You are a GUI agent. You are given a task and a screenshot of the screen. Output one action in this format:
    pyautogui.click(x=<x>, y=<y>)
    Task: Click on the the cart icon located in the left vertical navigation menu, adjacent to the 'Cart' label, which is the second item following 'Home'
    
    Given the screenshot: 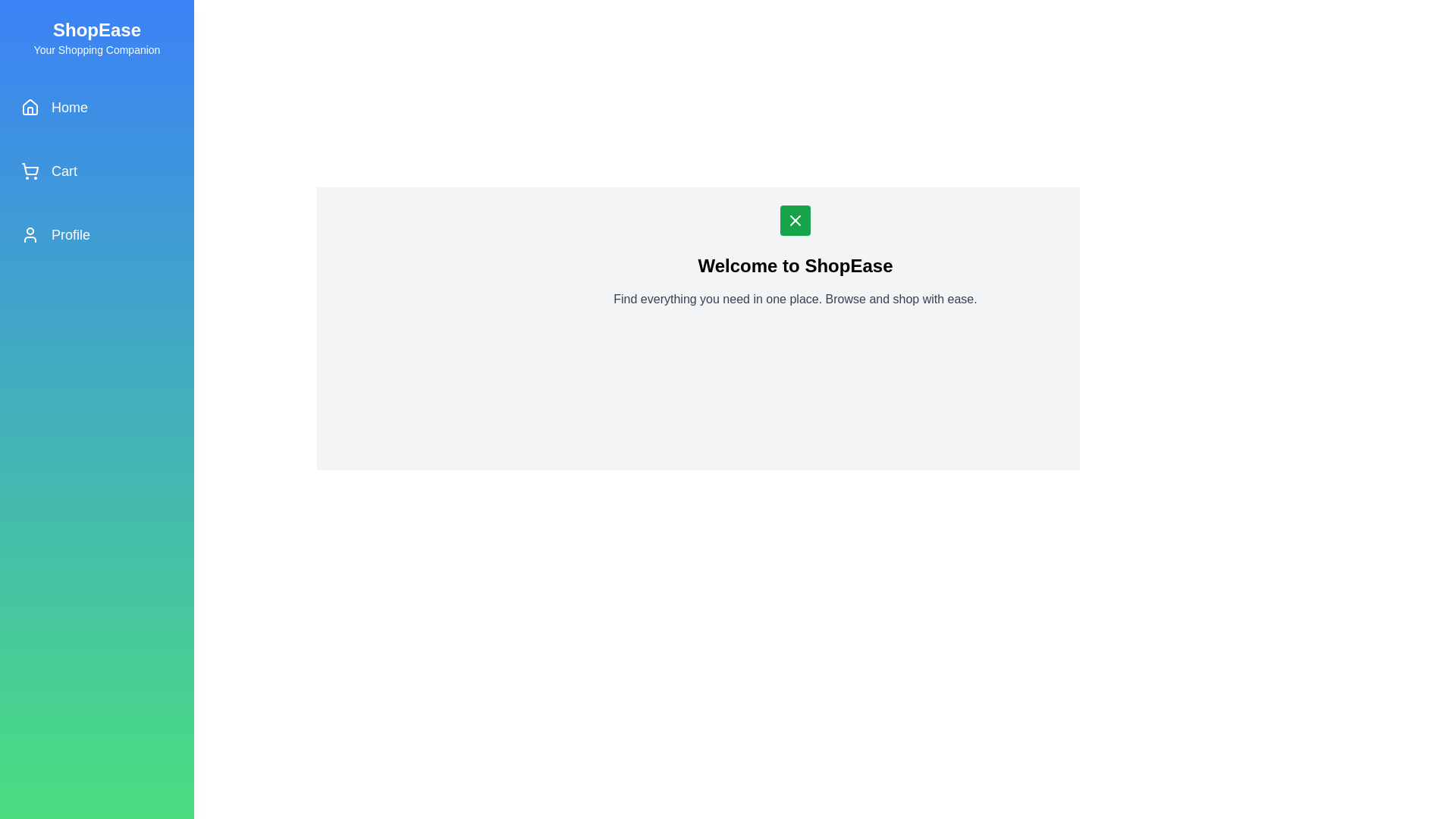 What is the action you would take?
    pyautogui.click(x=30, y=171)
    